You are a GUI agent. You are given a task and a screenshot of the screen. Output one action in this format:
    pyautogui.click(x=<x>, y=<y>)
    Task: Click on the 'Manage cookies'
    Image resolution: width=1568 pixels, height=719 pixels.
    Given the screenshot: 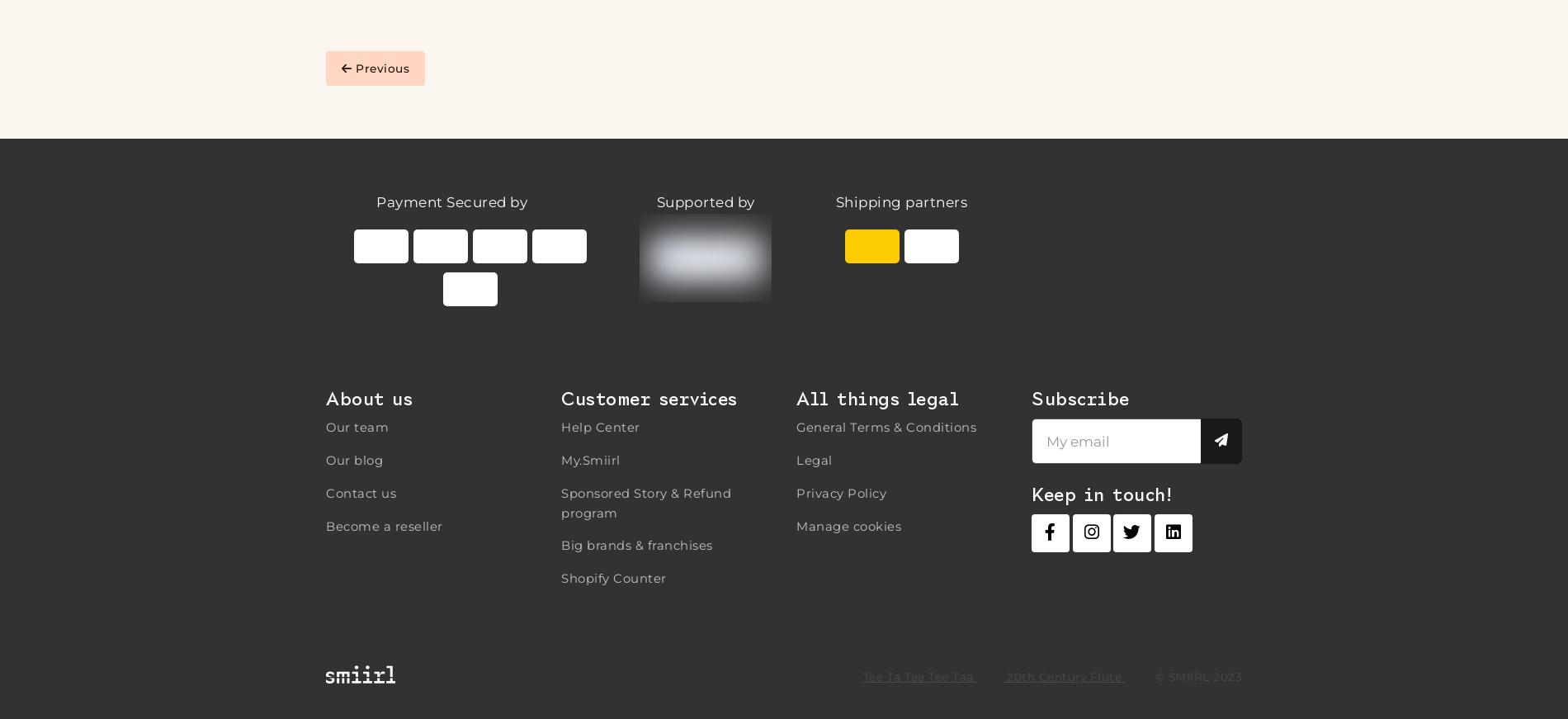 What is the action you would take?
    pyautogui.click(x=848, y=524)
    